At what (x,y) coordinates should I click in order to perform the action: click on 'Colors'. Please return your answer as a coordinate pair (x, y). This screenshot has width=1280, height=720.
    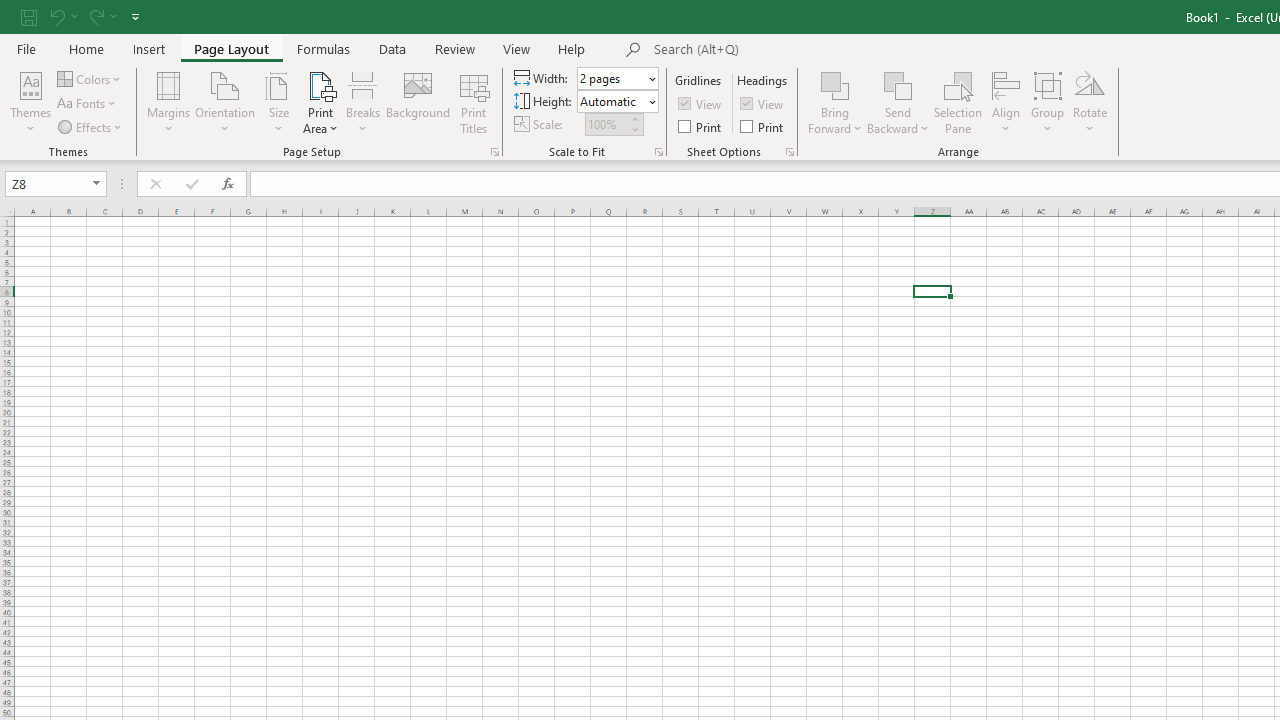
    Looking at the image, I should click on (89, 78).